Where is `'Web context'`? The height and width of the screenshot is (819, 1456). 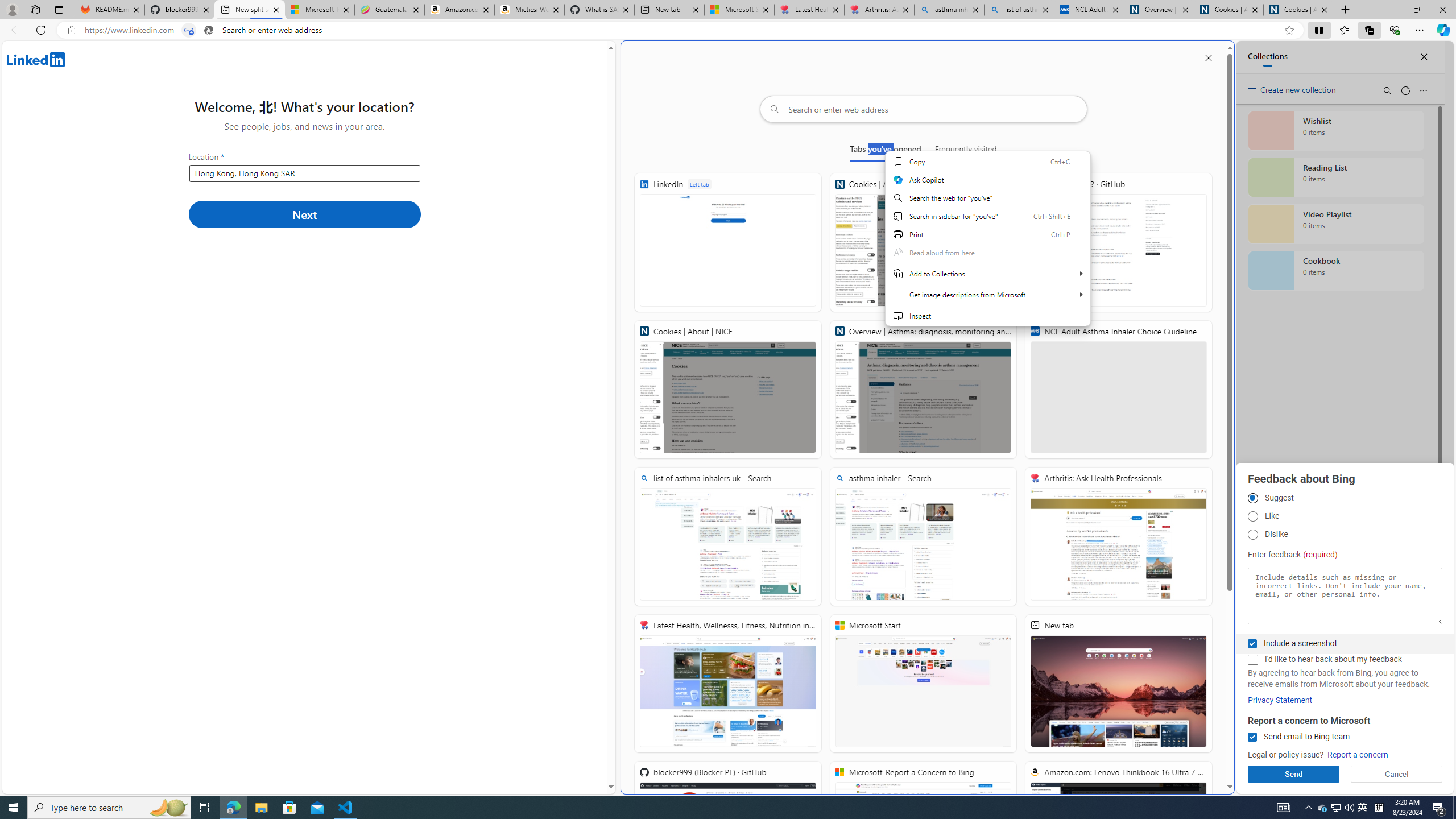
'Web context' is located at coordinates (987, 245).